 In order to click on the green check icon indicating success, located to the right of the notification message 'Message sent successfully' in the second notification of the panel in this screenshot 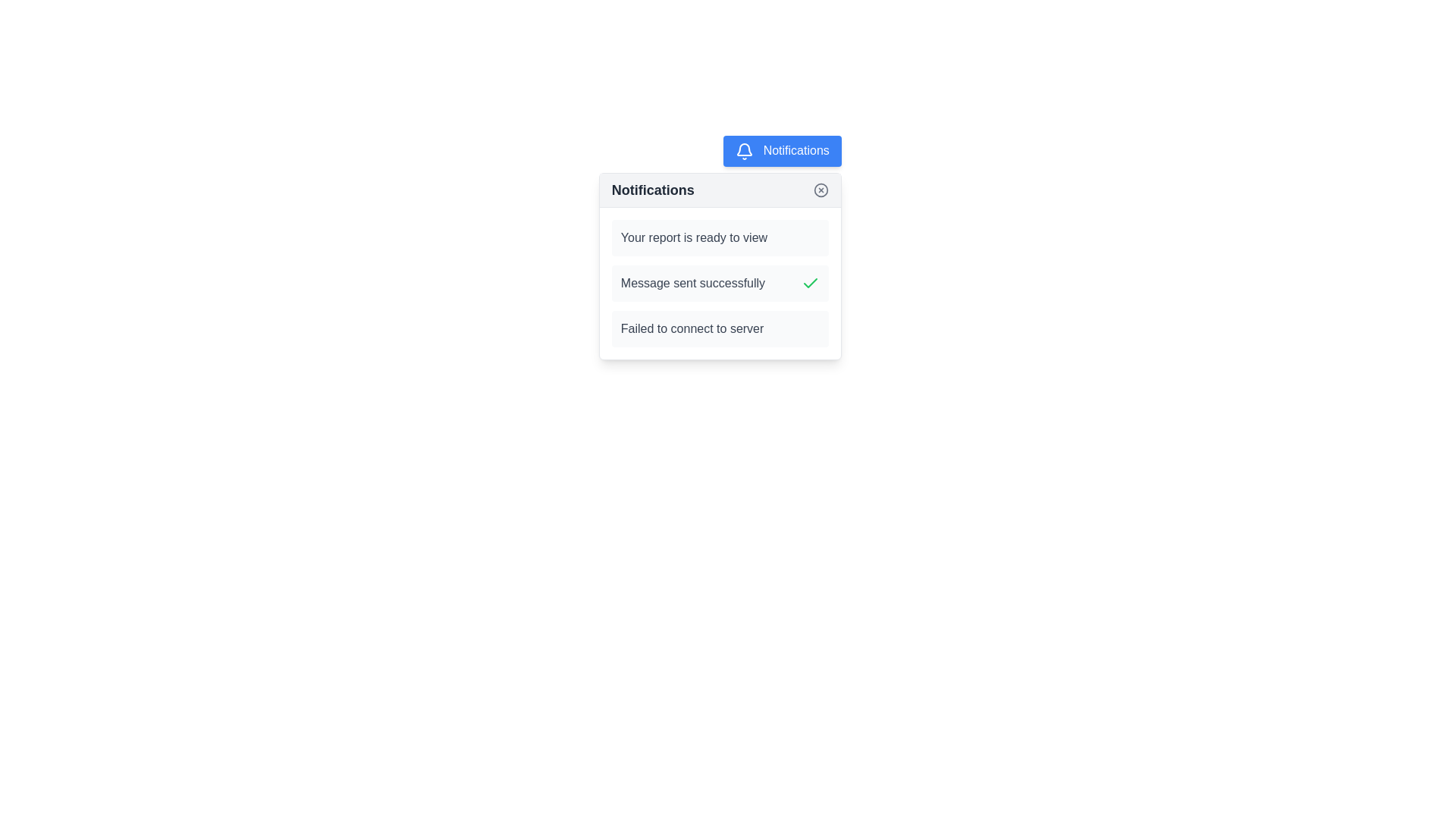, I will do `click(809, 283)`.